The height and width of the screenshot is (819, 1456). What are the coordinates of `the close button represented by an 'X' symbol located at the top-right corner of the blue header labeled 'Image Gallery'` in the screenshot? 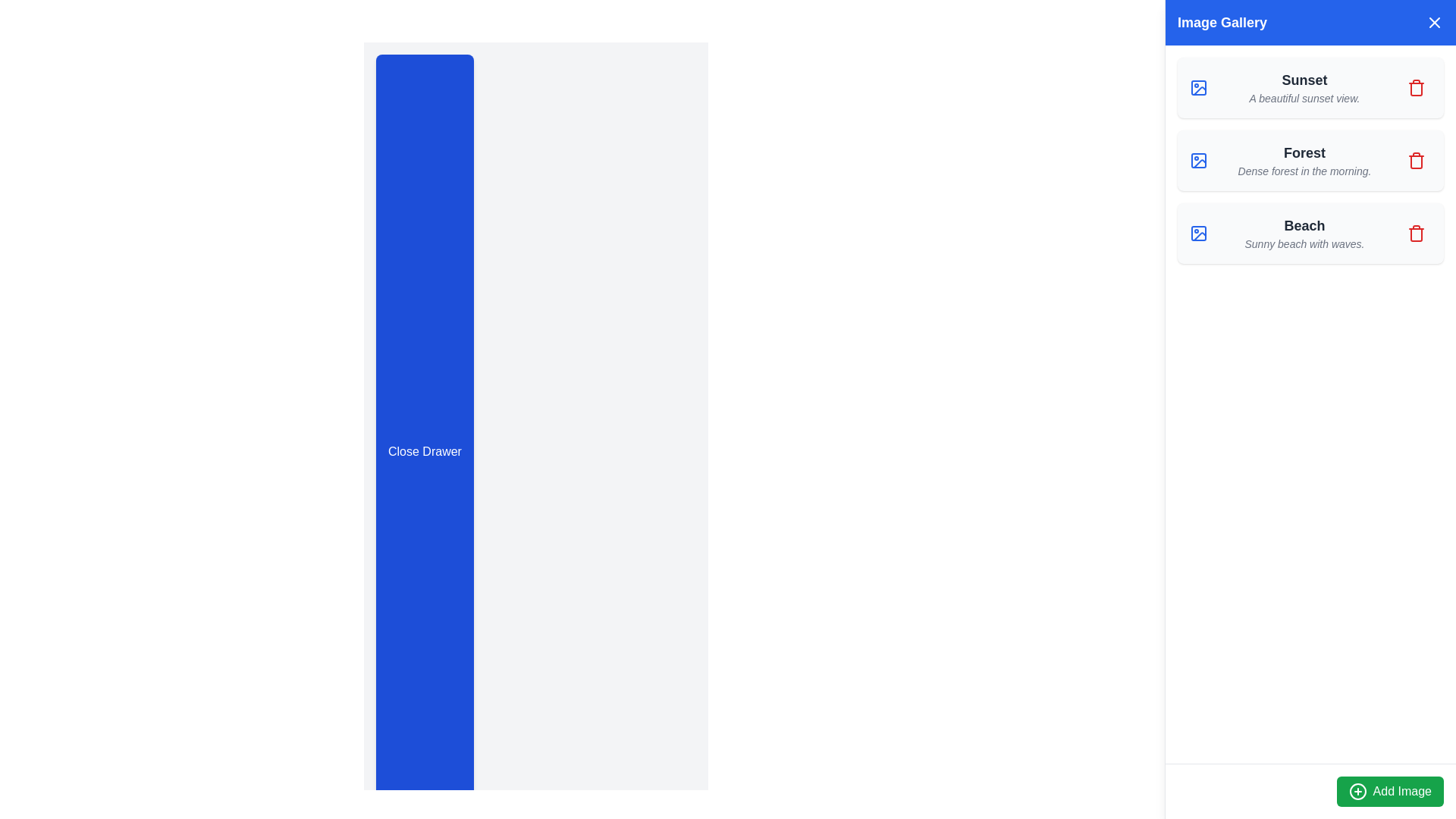 It's located at (1433, 23).